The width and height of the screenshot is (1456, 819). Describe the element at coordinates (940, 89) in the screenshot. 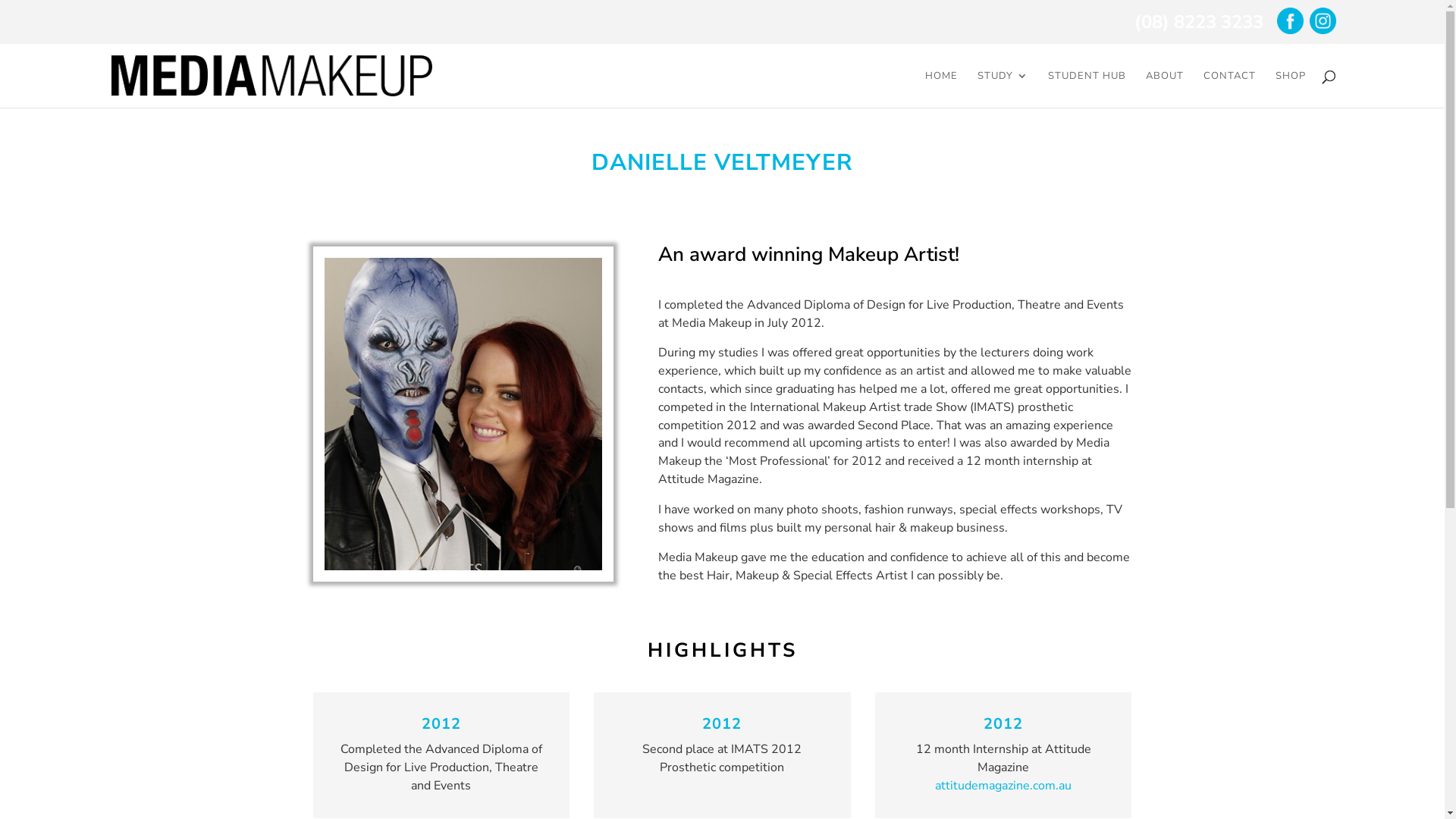

I see `'HOME'` at that location.